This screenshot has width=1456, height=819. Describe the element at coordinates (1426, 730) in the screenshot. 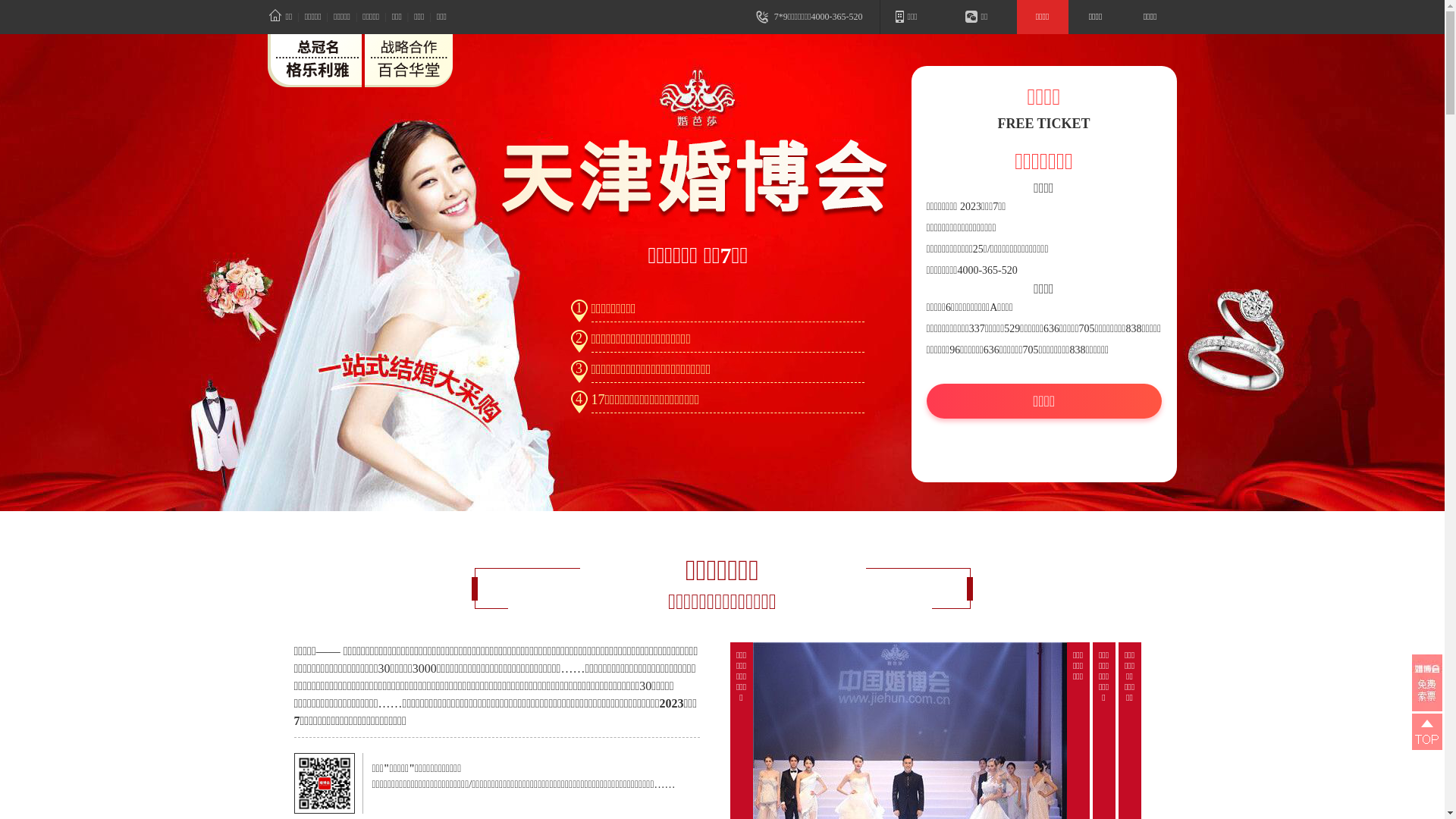

I see `'TOP'` at that location.